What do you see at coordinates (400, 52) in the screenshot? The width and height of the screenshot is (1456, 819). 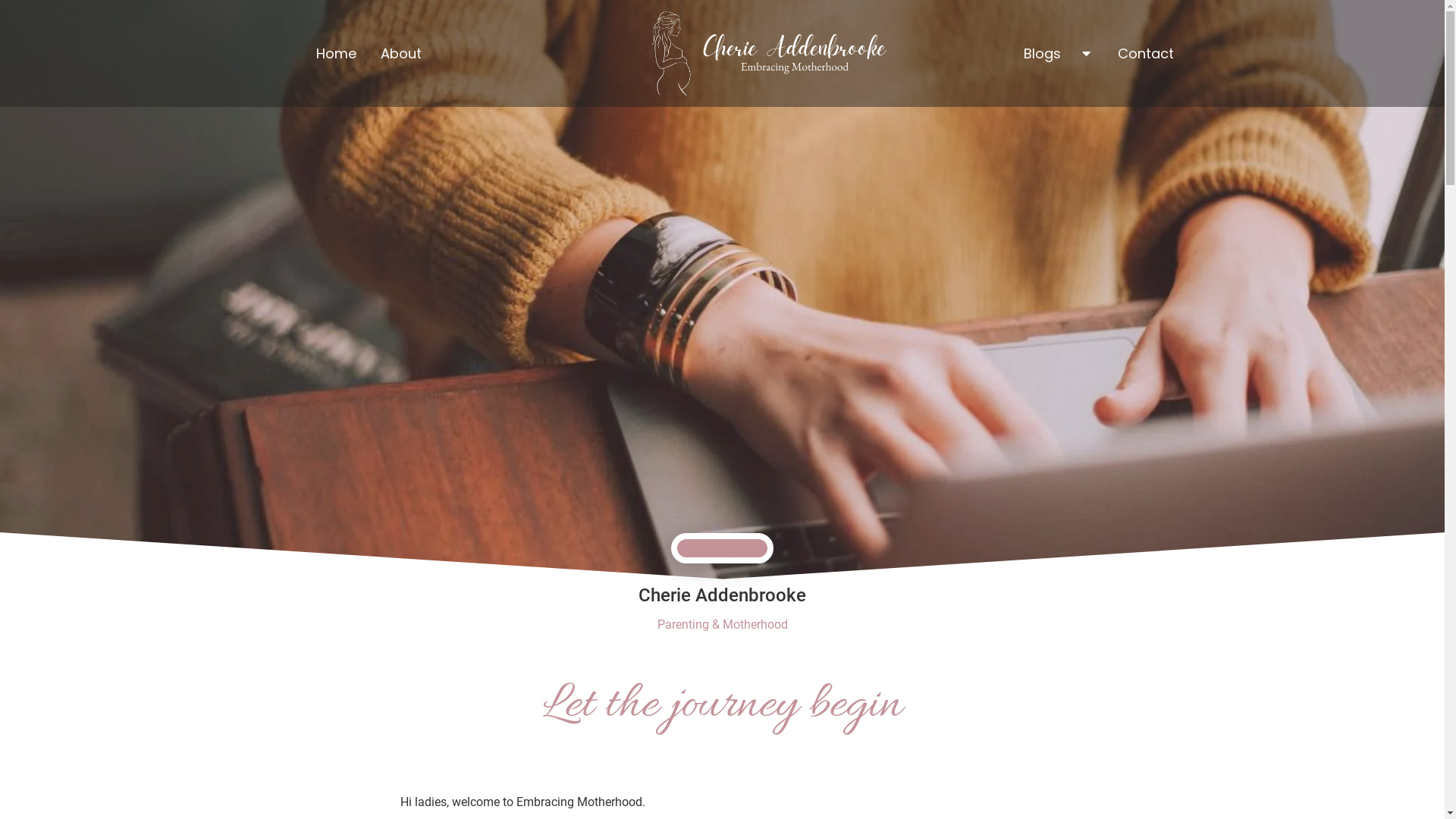 I see `'About'` at bounding box center [400, 52].